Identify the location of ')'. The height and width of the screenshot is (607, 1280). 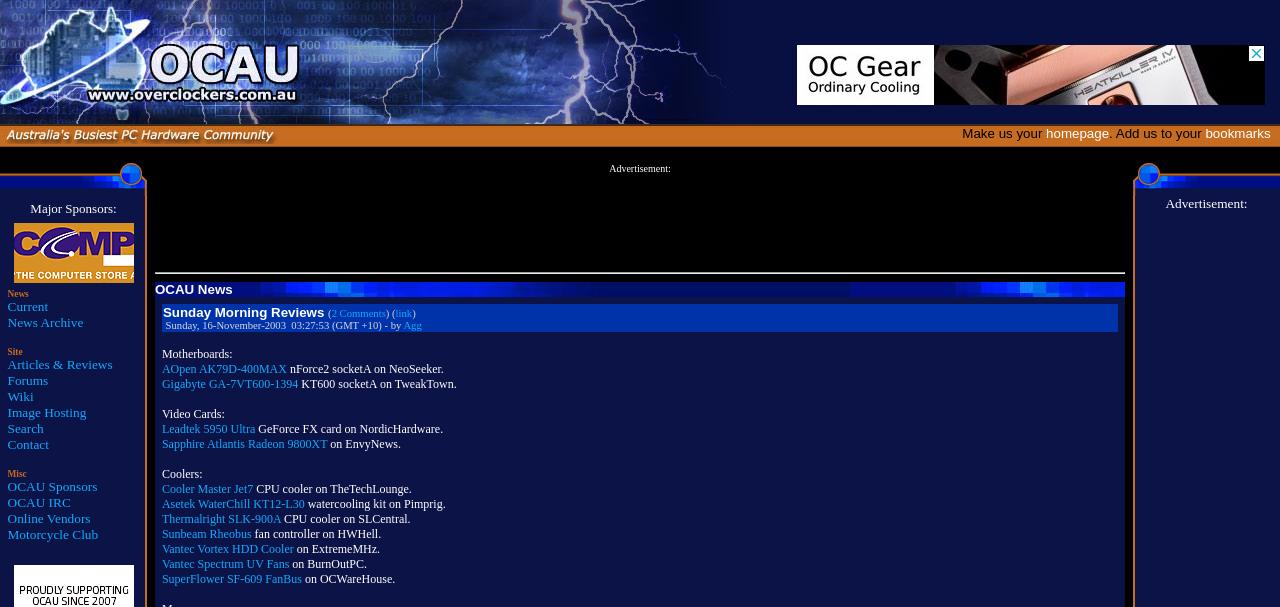
(412, 312).